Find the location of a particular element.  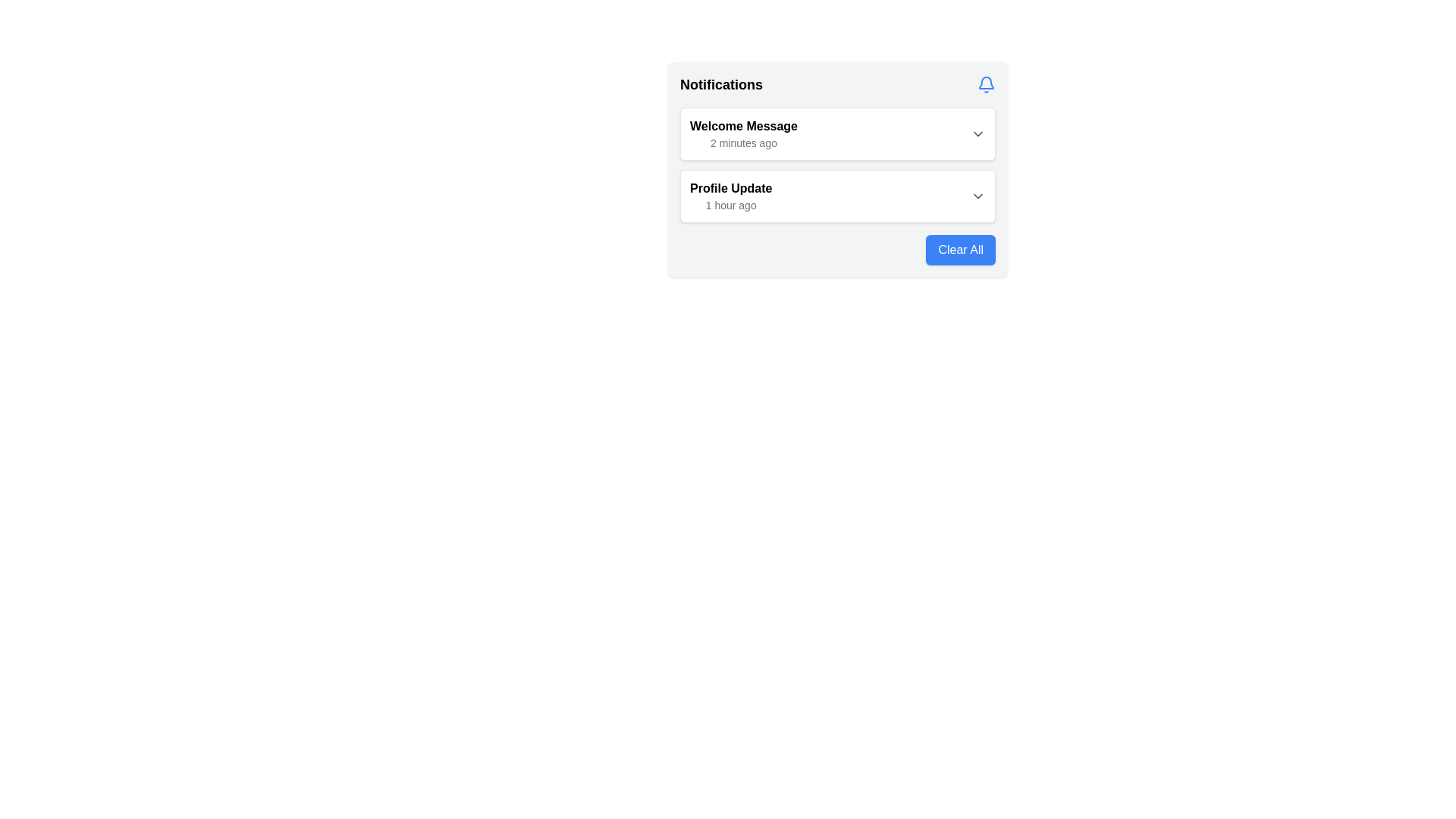

text from the label indicating the time elapsed since the 'Profile Update' notification, which is located beneath the 'Profile Update' title is located at coordinates (731, 205).